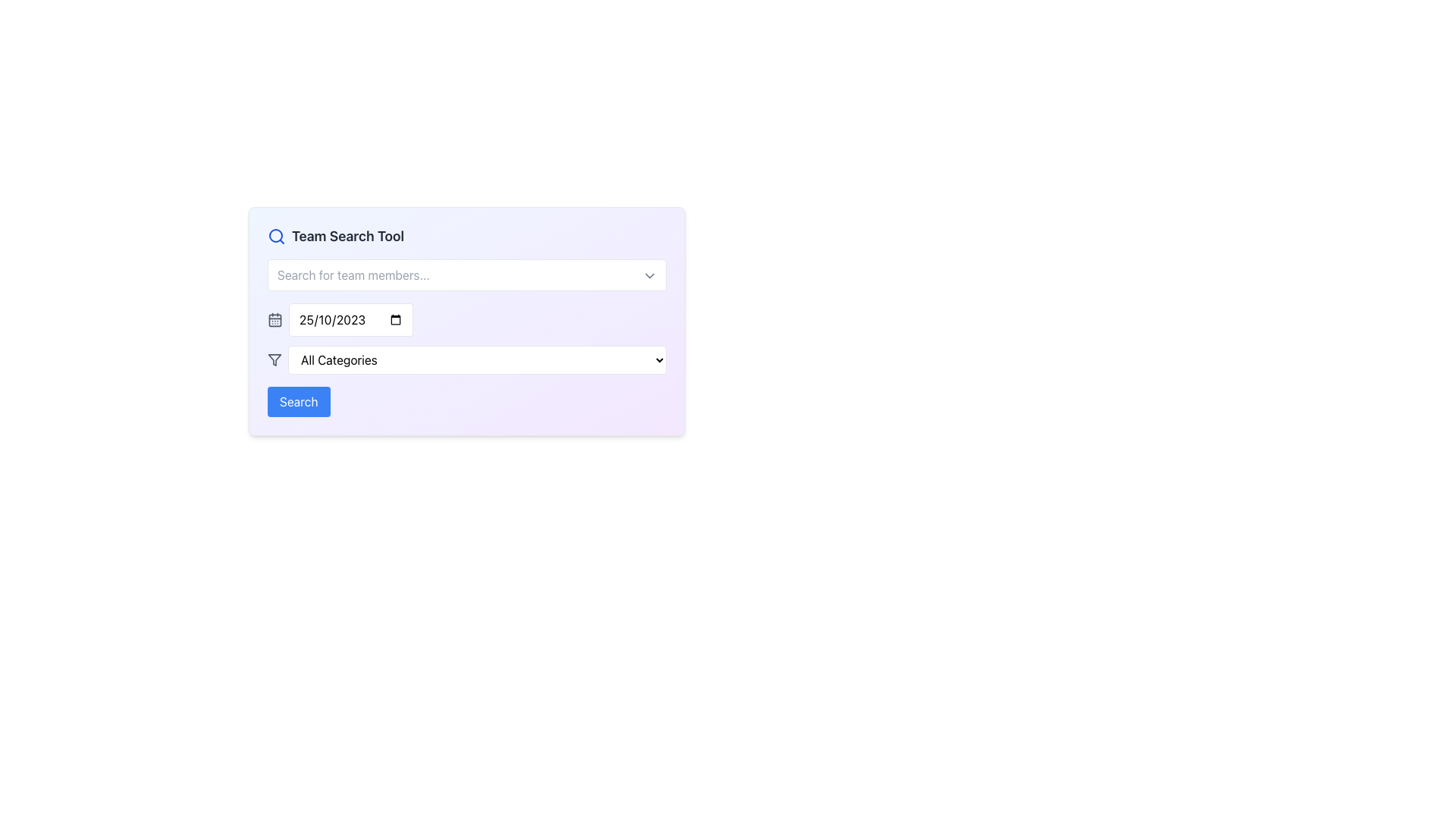 The width and height of the screenshot is (1456, 819). Describe the element at coordinates (276, 236) in the screenshot. I see `the circular outline of the blue-bordered SVG icon representing the magnifying glass, located at the top-left corner of the panel adjacent to the 'Team Search Tool' title` at that location.